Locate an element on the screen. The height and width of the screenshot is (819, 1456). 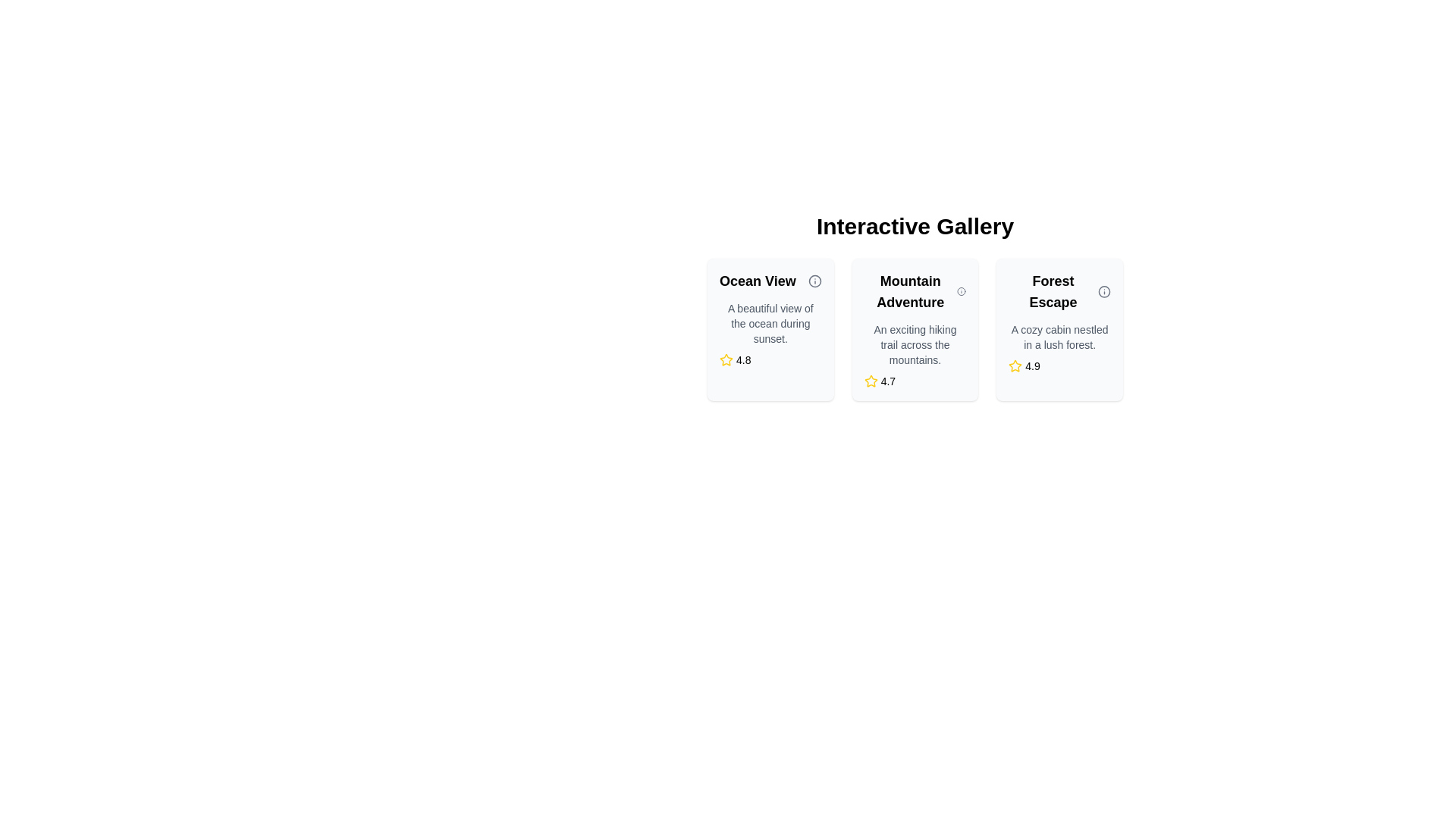
the star icon representing the rating for 'Ocean View', which is located to the left of the text '4.8' within the rating summary box is located at coordinates (726, 359).